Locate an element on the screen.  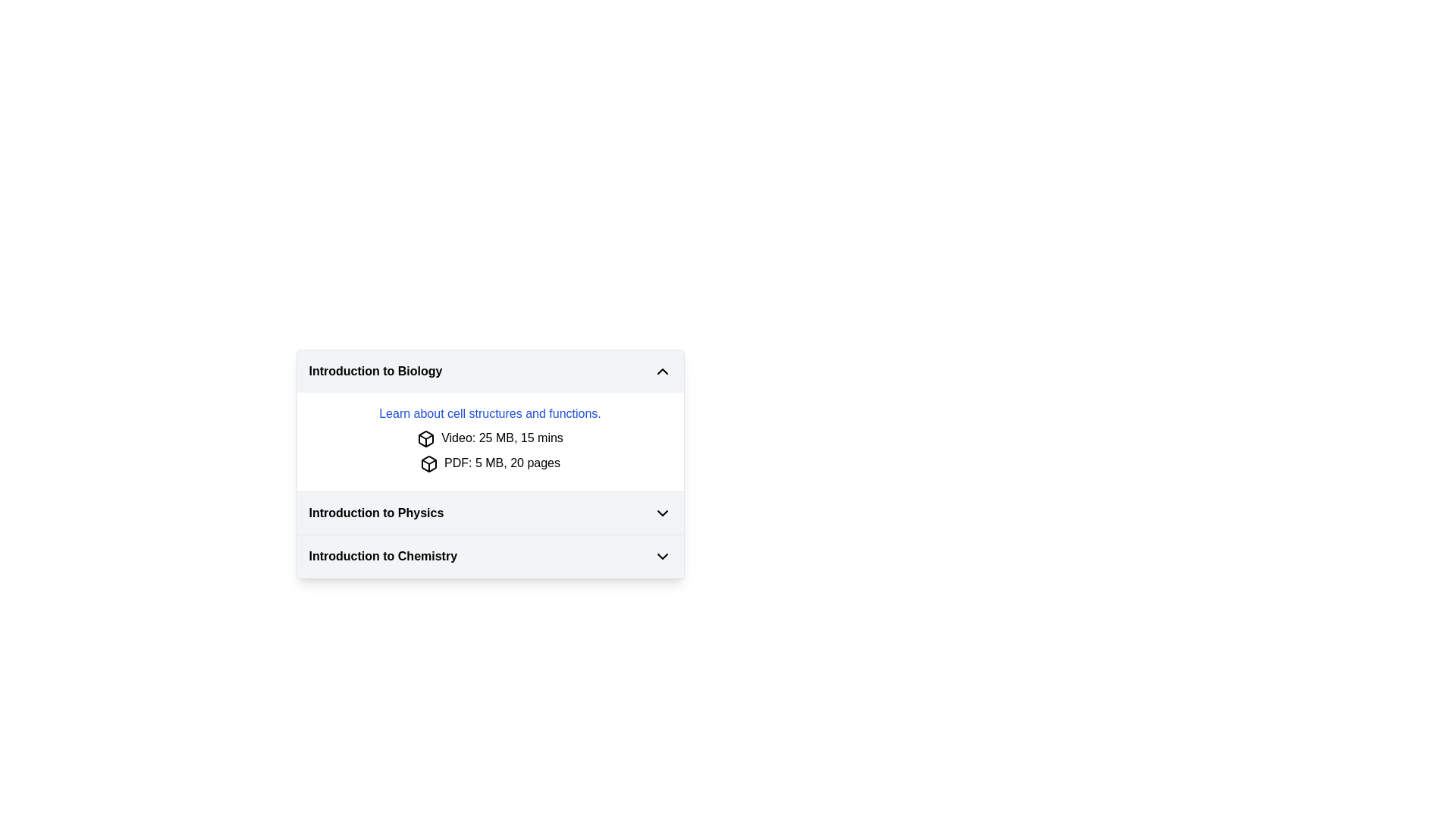
the black cube-shaped icon located in the details section of the 'Introduction to Biology' module, adjacent to the 'Video: 25 MB, 15 mins' label is located at coordinates (425, 438).